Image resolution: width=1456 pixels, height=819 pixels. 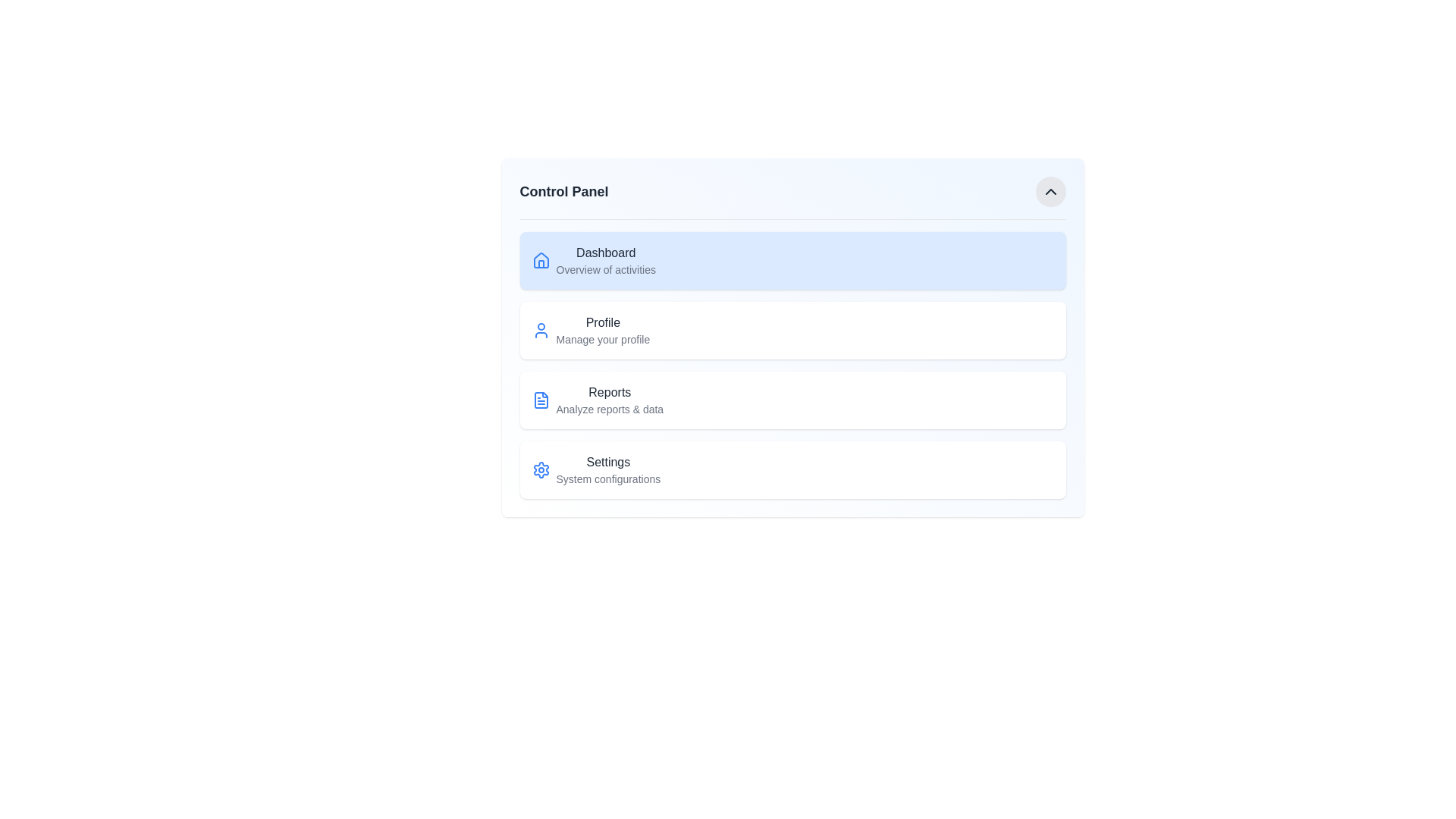 I want to click on the 'Settings' label, which includes the bold text 'Settings' and the lighter text 'System configurations', located in the fourth section of the Control Panel, so click(x=608, y=469).